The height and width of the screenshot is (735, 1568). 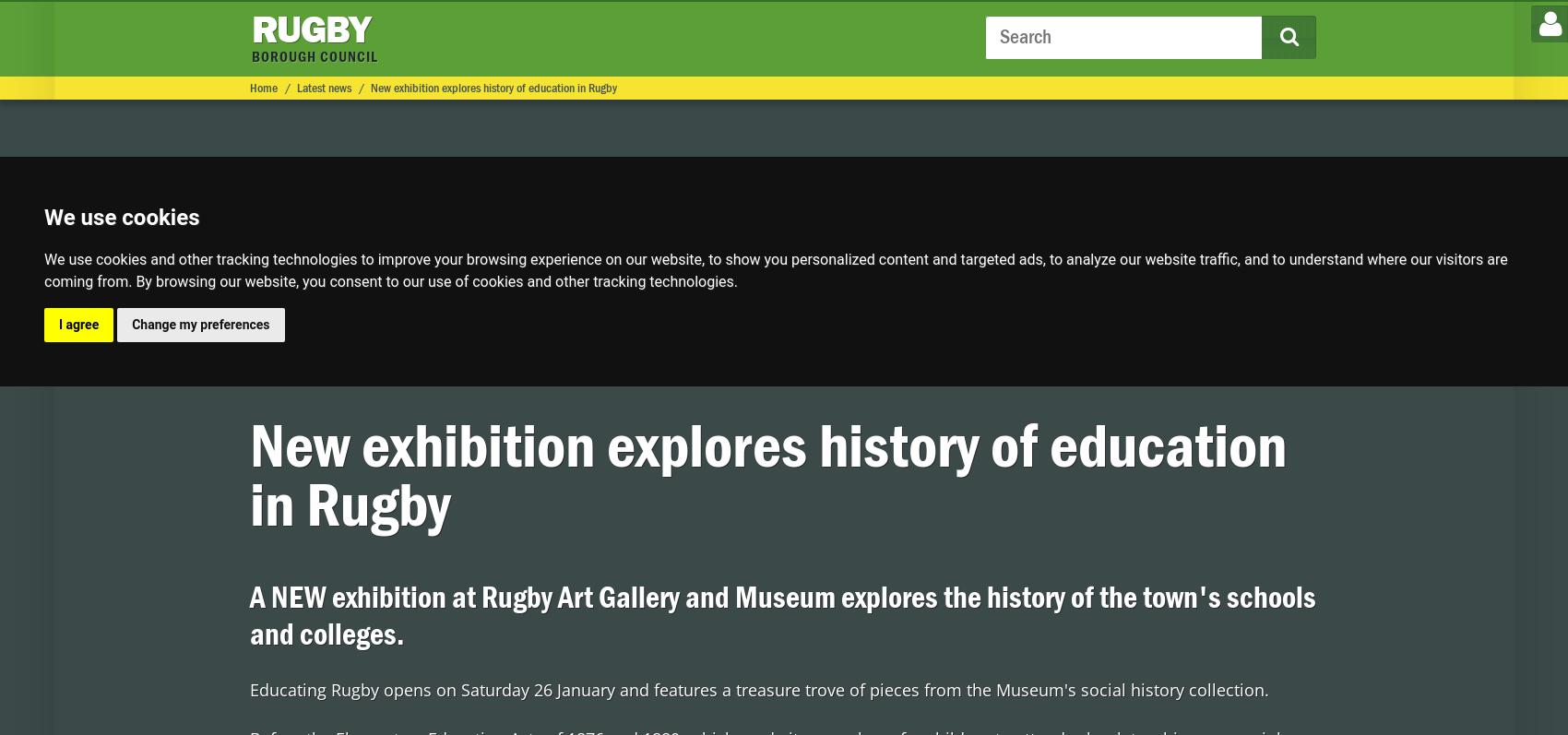 I want to click on 'A NEW exhibition at Rugby Art Gallery and Museum explores the history of the town's schools and colleges.', so click(x=780, y=616).